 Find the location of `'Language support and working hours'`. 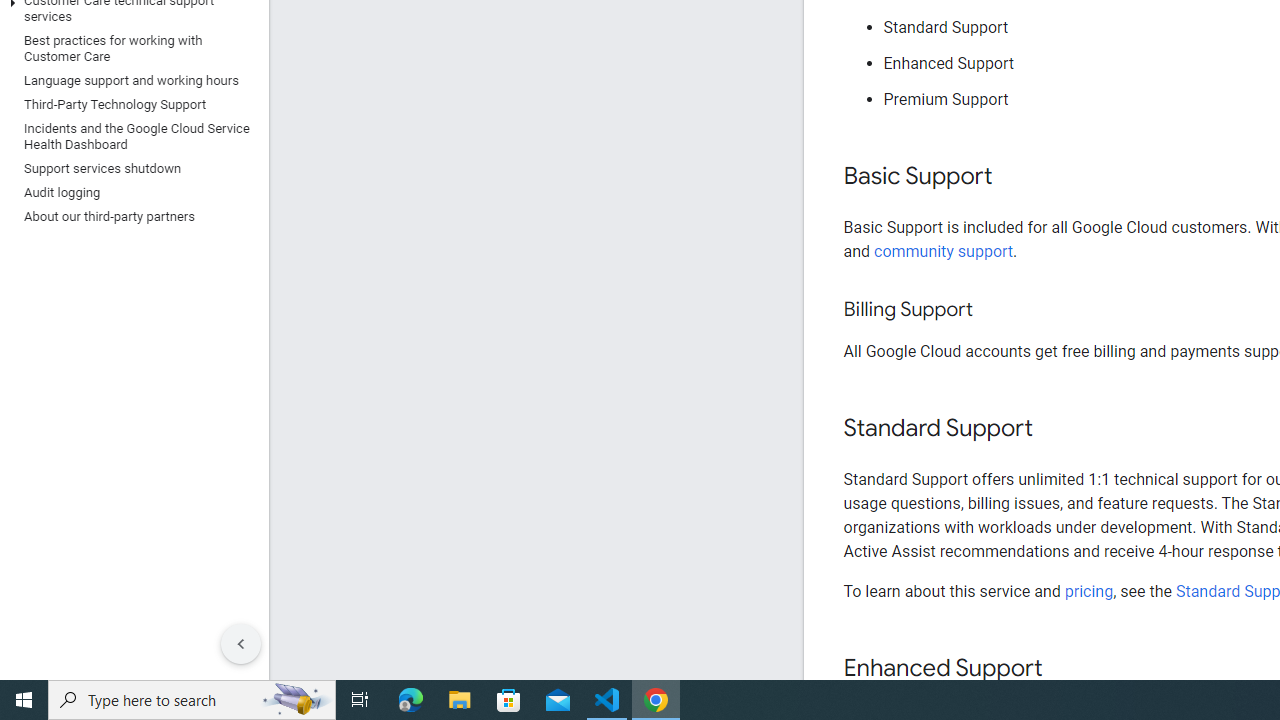

'Language support and working hours' is located at coordinates (129, 80).